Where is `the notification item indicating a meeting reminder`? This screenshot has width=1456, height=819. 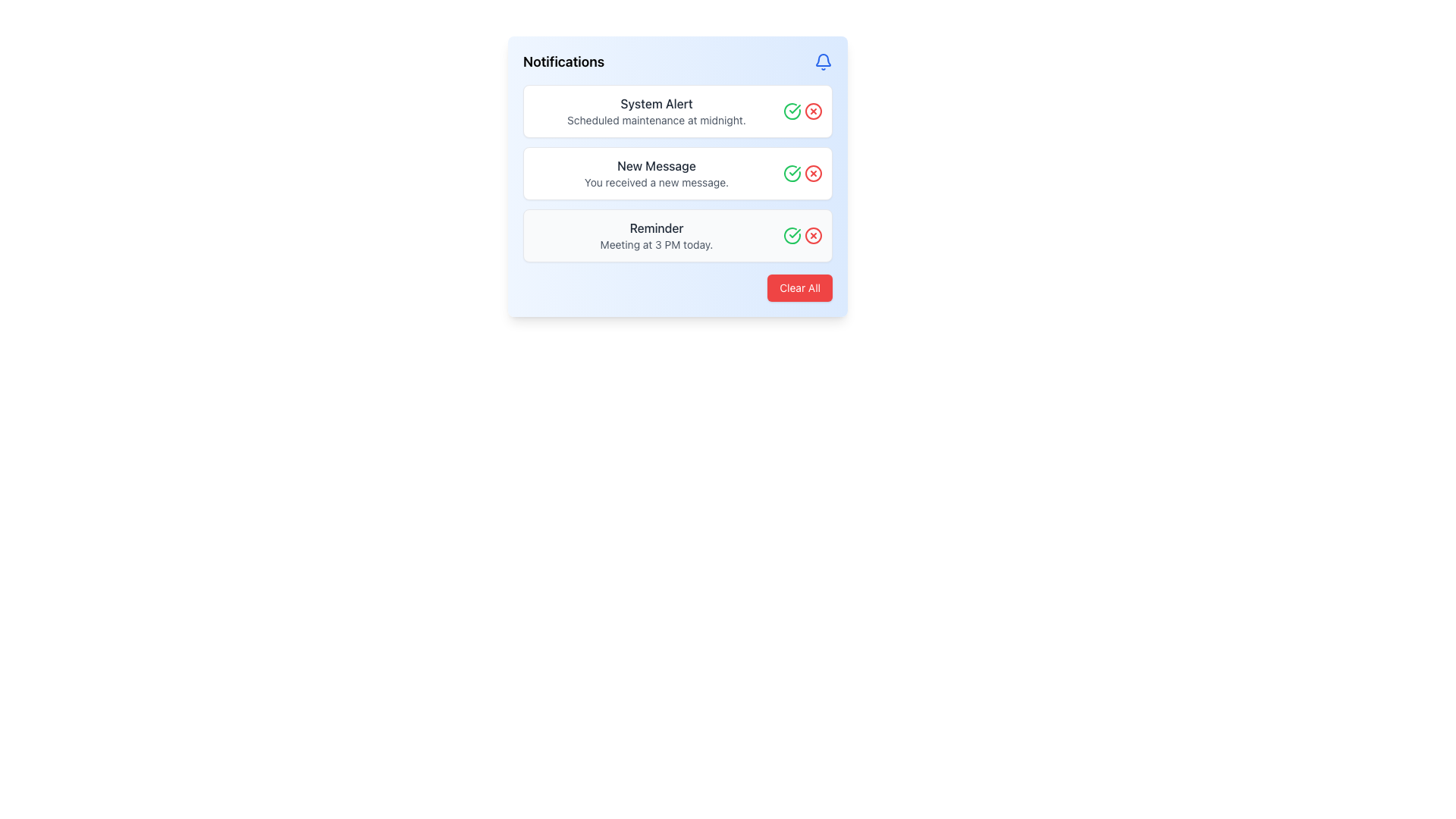
the notification item indicating a meeting reminder is located at coordinates (656, 236).